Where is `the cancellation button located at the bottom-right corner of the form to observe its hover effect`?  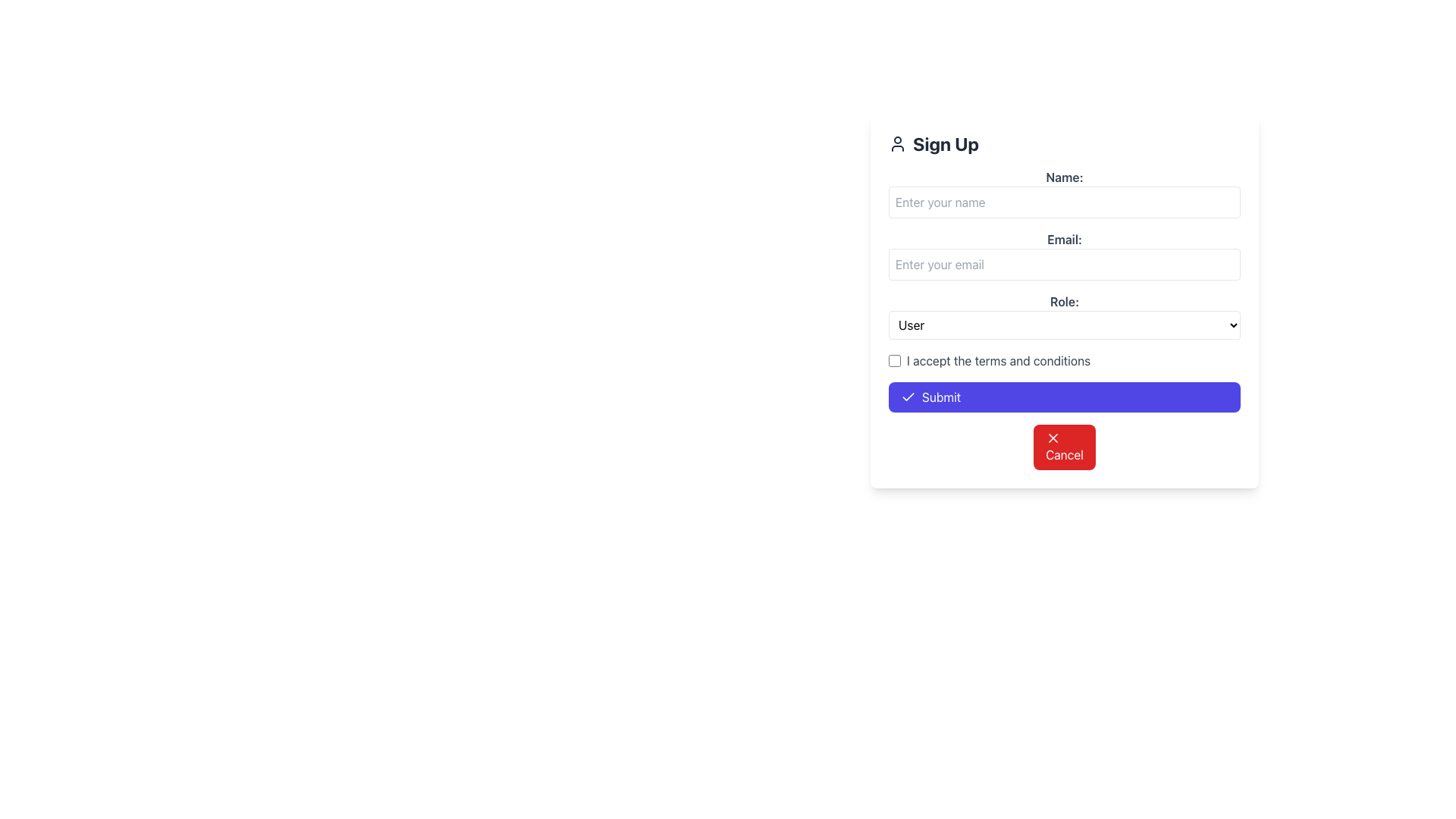 the cancellation button located at the bottom-right corner of the form to observe its hover effect is located at coordinates (1063, 447).